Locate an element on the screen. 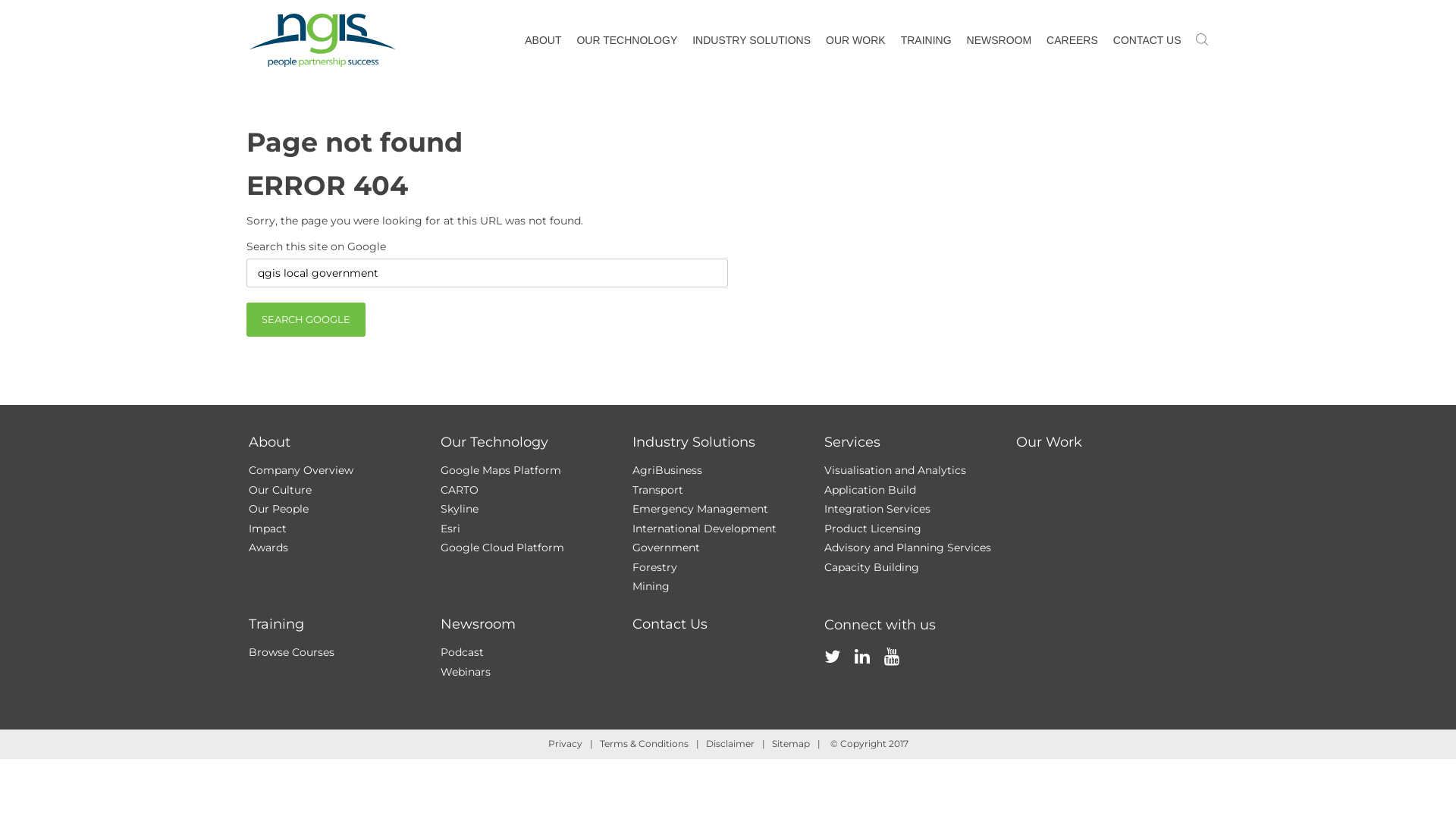 The height and width of the screenshot is (819, 1456). 'Integration Services' is located at coordinates (877, 509).